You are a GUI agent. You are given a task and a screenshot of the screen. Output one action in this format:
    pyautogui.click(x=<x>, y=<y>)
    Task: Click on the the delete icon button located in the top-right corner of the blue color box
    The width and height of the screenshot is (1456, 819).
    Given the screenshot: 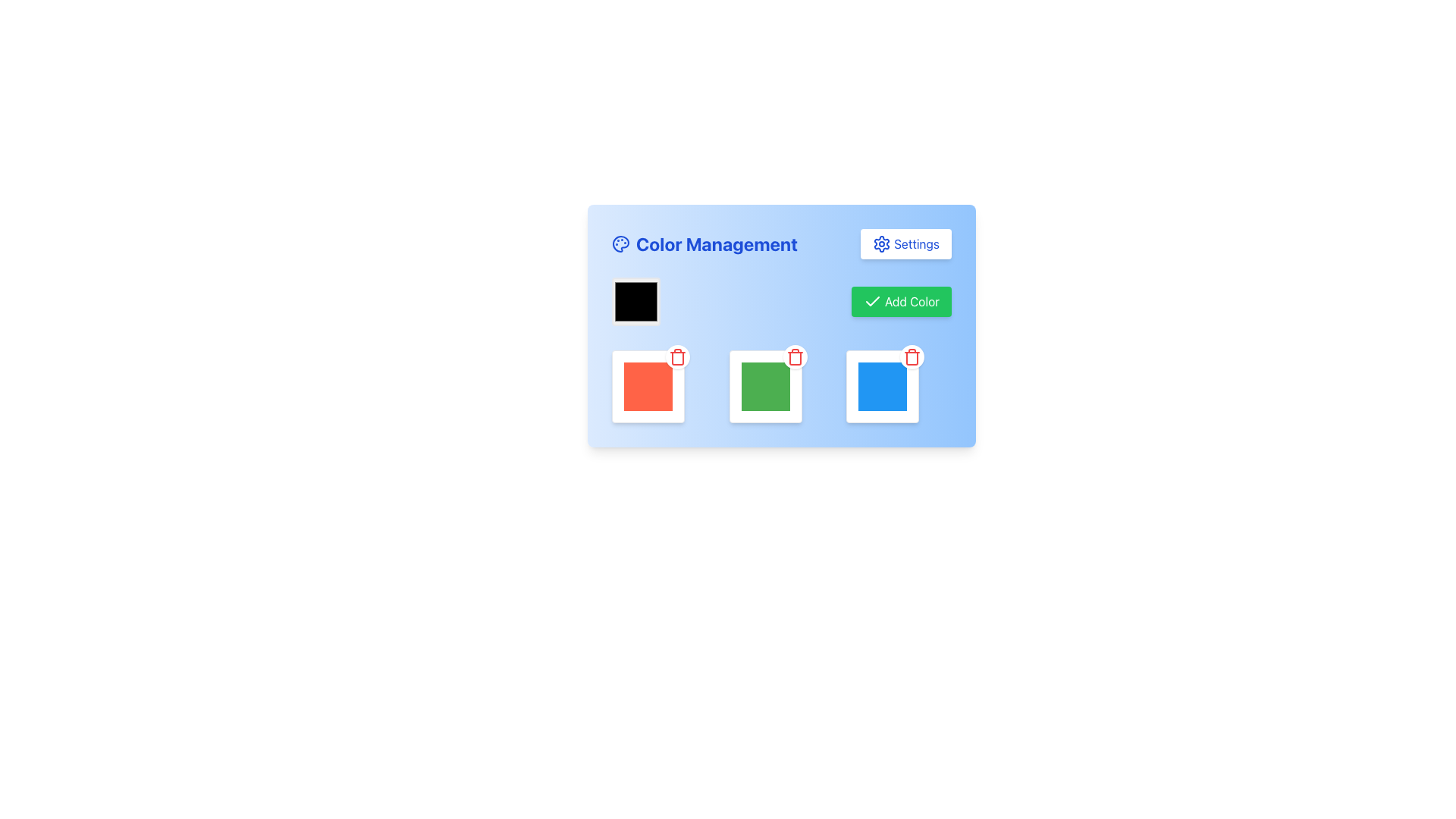 What is the action you would take?
    pyautogui.click(x=912, y=356)
    